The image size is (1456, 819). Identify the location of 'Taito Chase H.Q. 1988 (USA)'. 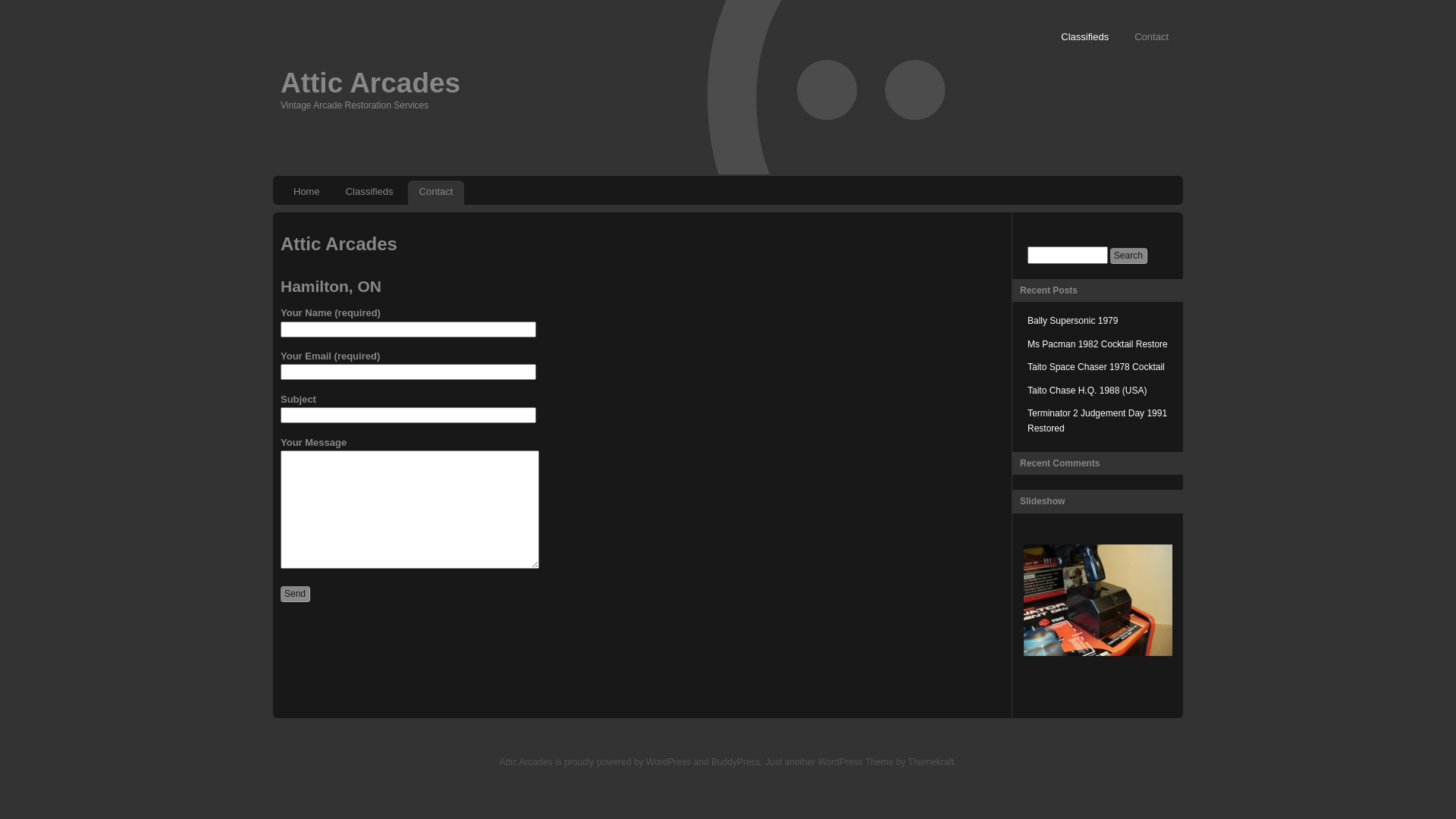
(1086, 390).